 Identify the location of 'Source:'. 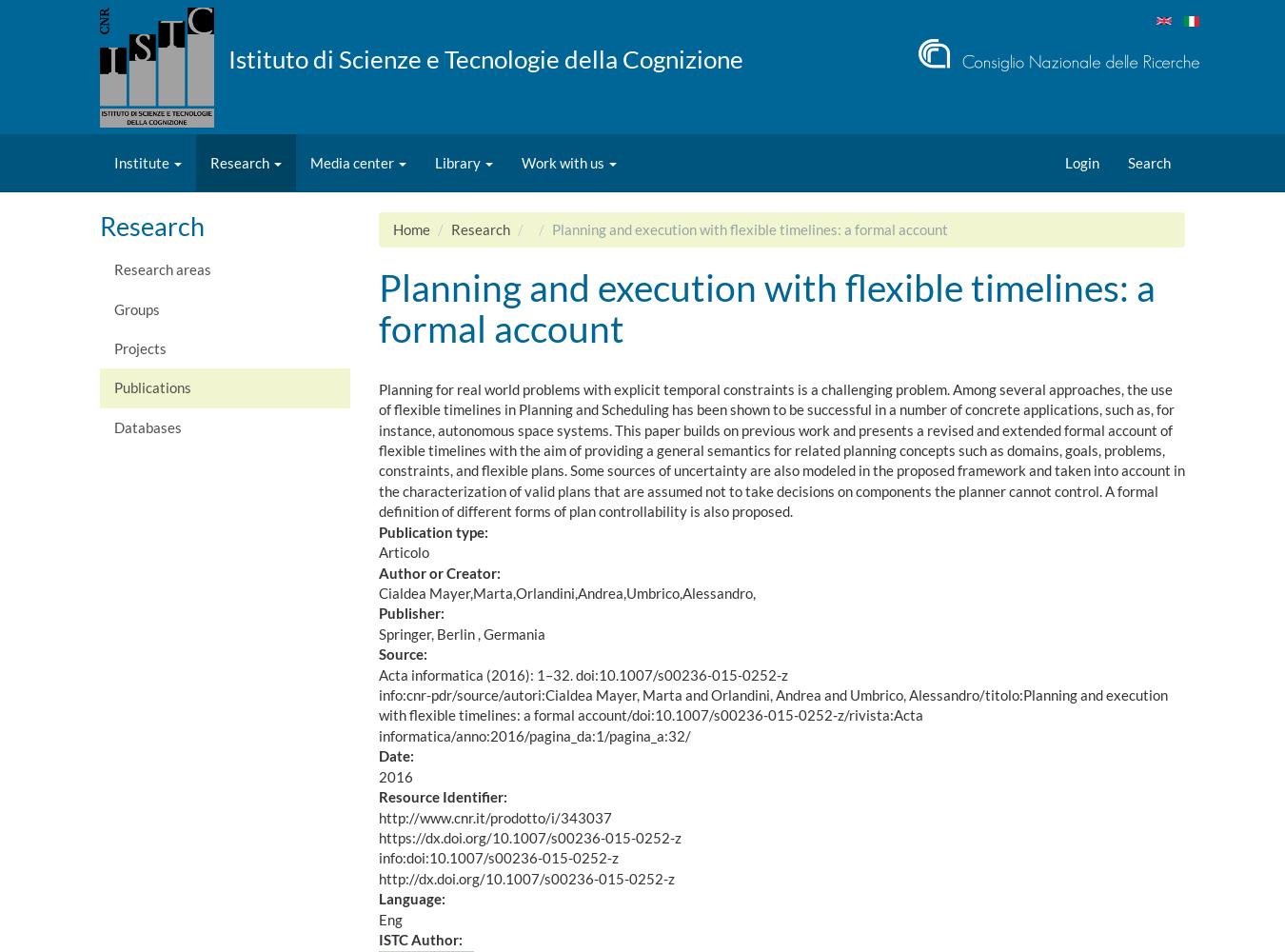
(404, 654).